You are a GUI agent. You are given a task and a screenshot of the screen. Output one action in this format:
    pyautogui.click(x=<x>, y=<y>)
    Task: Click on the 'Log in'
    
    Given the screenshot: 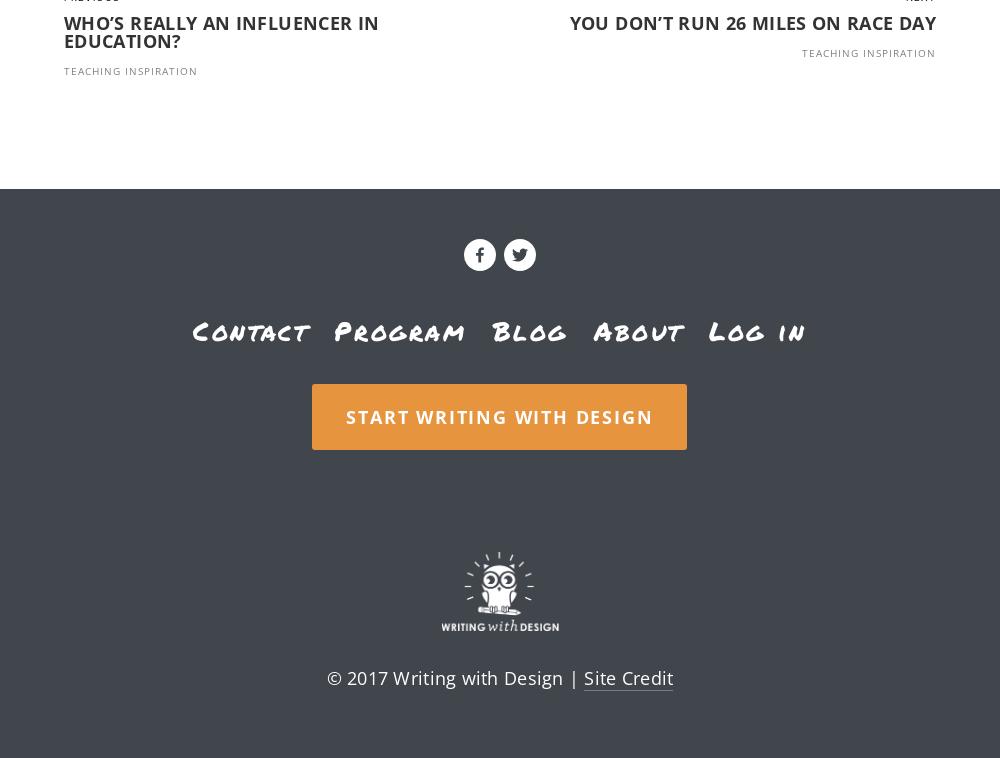 What is the action you would take?
    pyautogui.click(x=757, y=330)
    